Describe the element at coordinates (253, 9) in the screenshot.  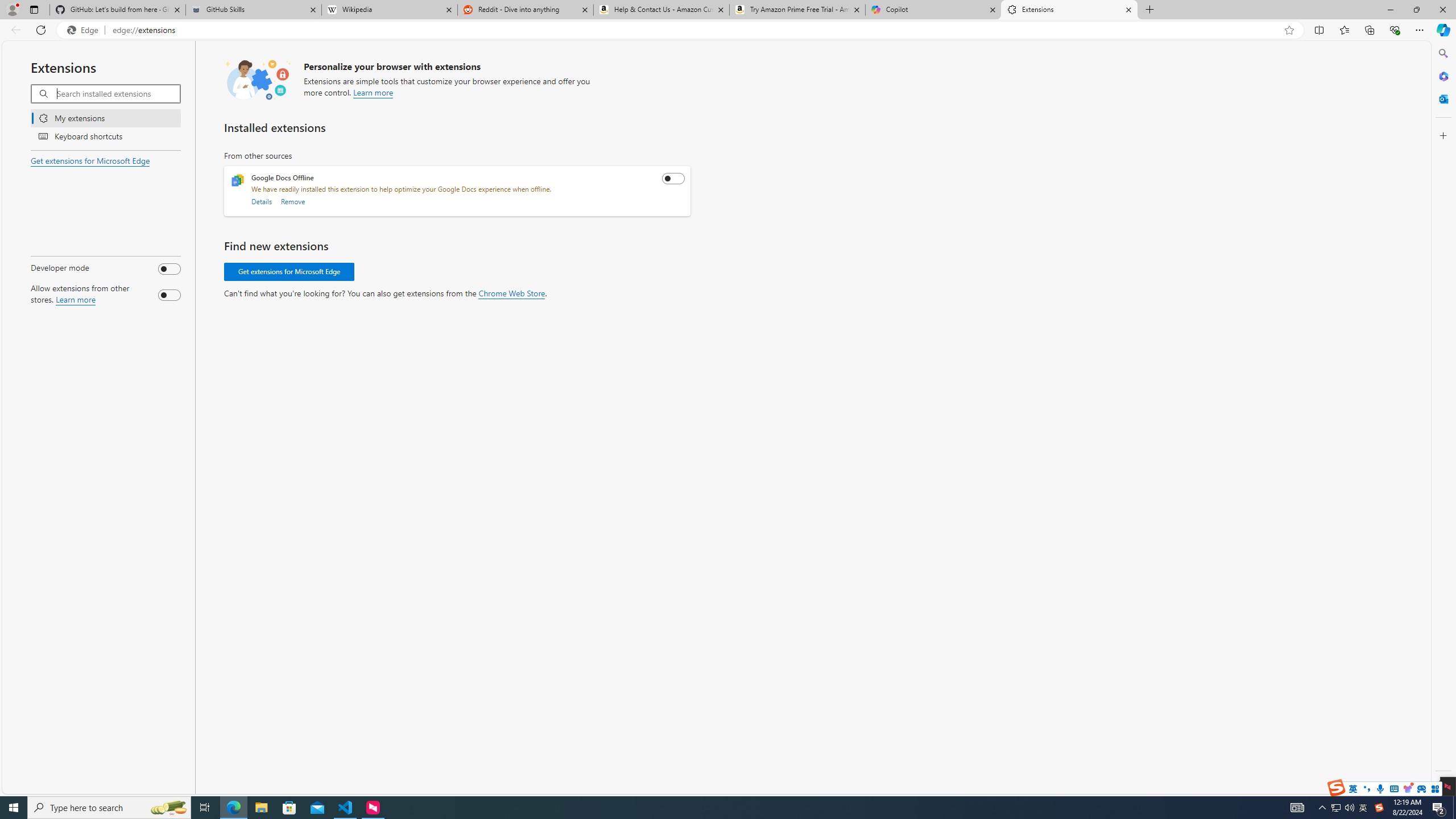
I see `'GitHub Skills'` at that location.